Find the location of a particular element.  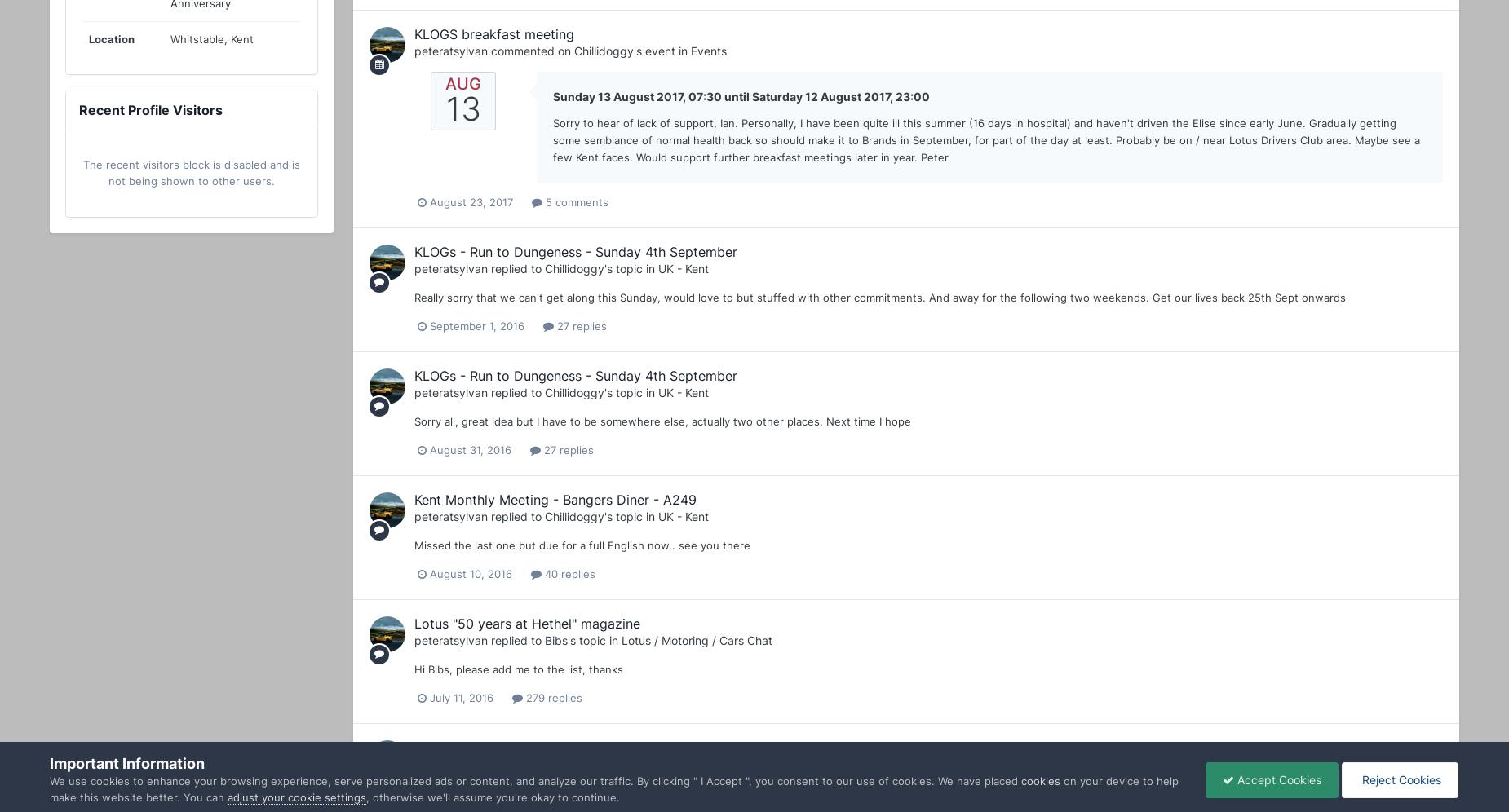

''s event in' is located at coordinates (662, 50).